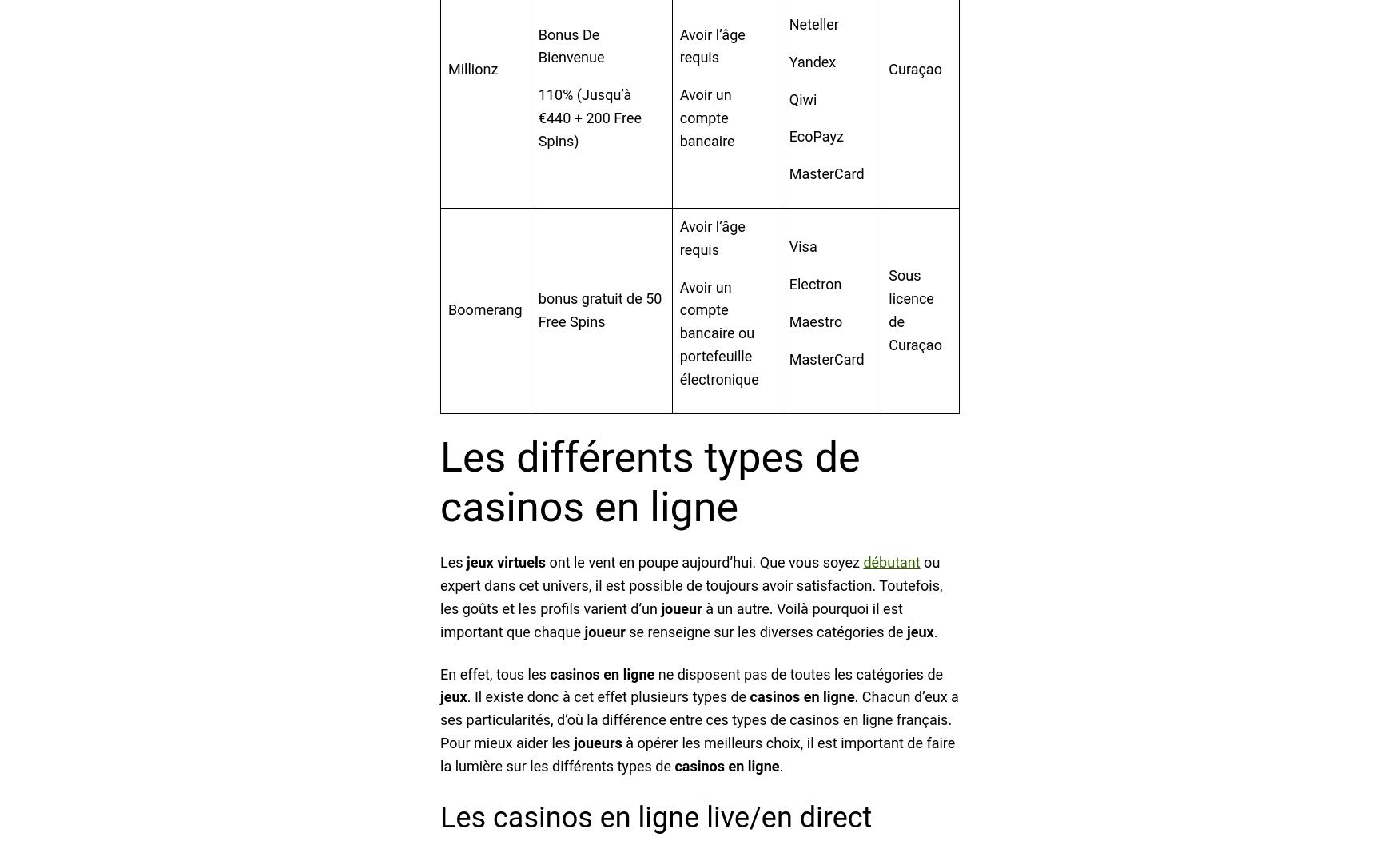  Describe the element at coordinates (544, 562) in the screenshot. I see `'ont le vent en poupe aujourd’hui. Que vous soyez'` at that location.